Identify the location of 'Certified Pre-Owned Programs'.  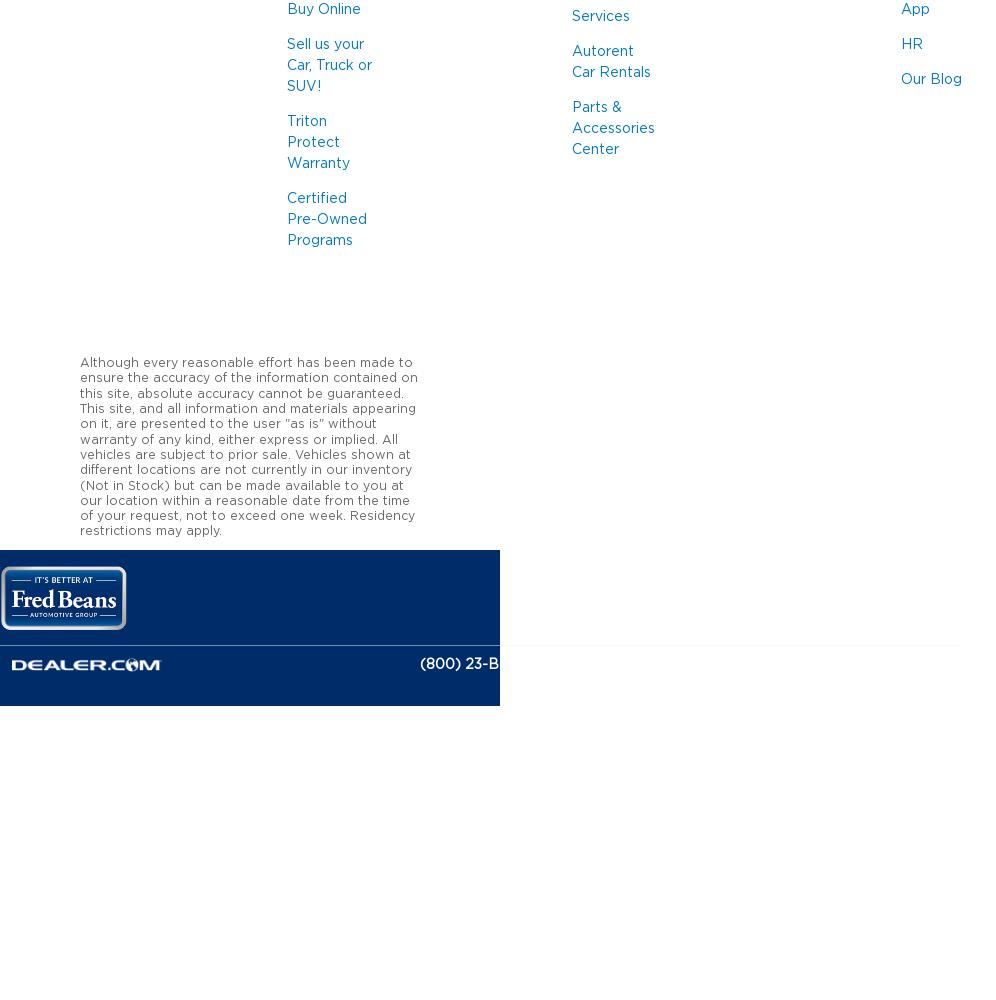
(325, 219).